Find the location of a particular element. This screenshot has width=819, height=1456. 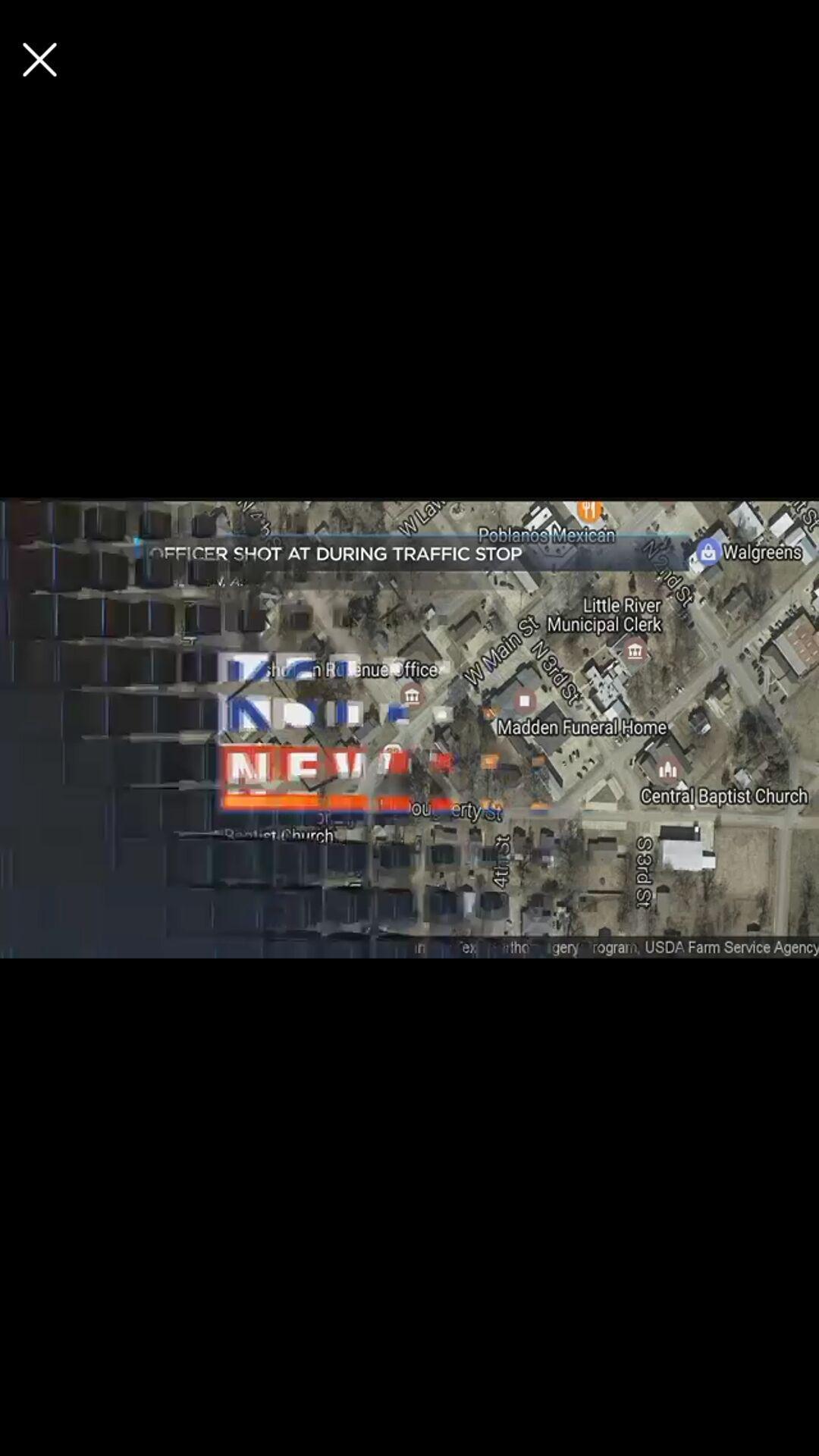

advertisement is located at coordinates (39, 59).